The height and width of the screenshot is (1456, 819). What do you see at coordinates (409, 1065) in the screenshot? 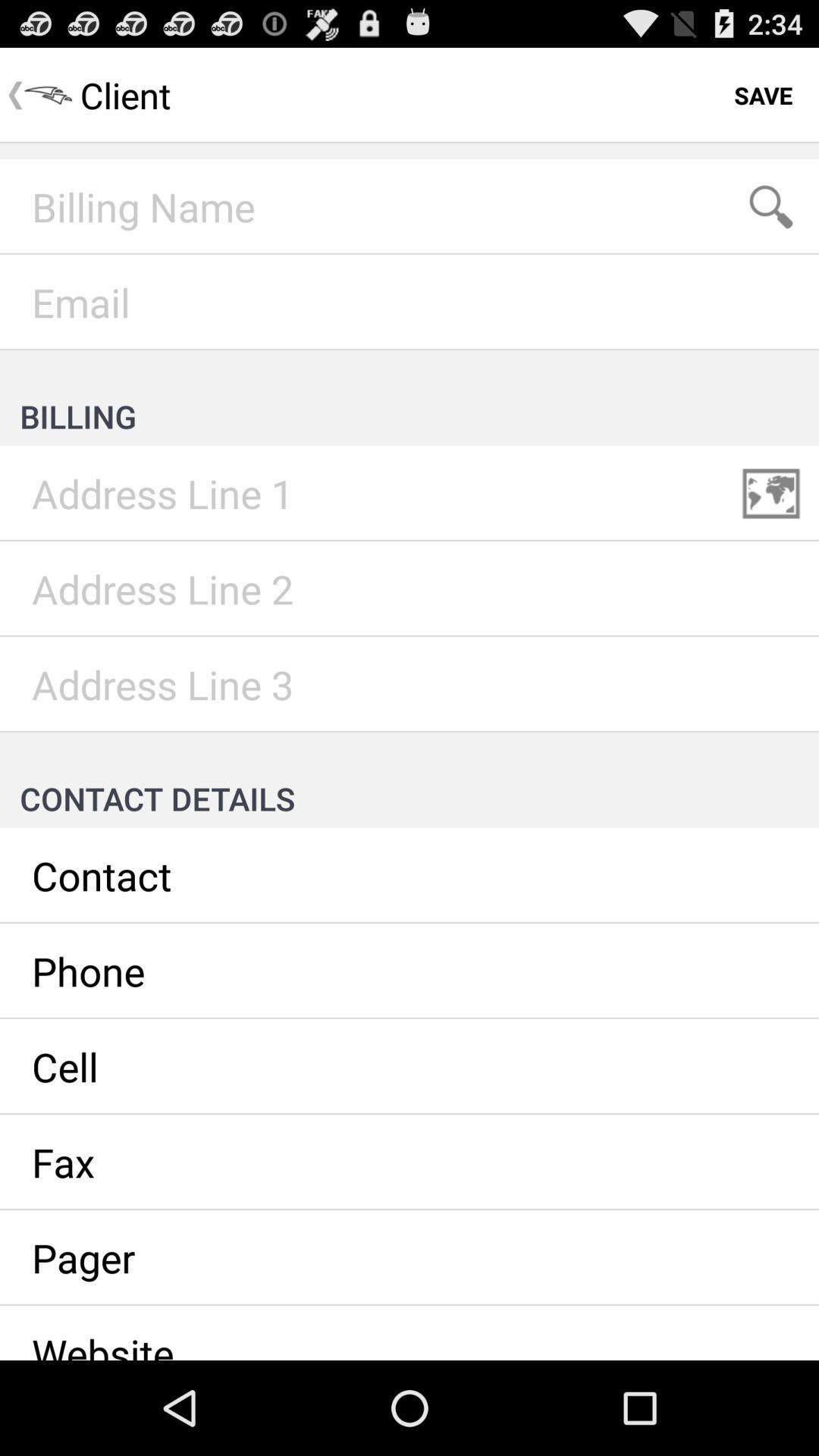
I see `chose cell` at bounding box center [409, 1065].